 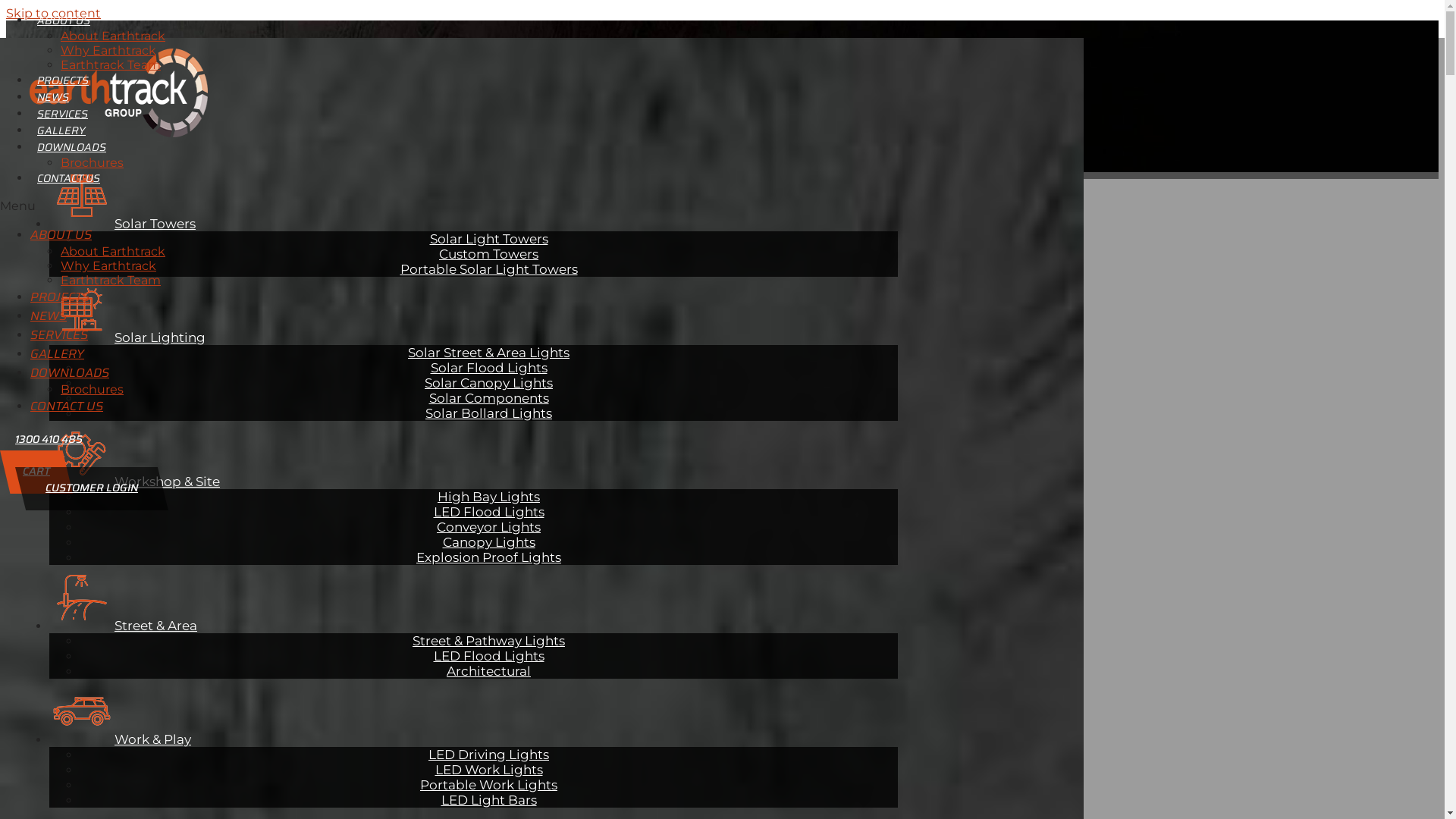 What do you see at coordinates (488, 640) in the screenshot?
I see `'Street & Pathway Lights'` at bounding box center [488, 640].